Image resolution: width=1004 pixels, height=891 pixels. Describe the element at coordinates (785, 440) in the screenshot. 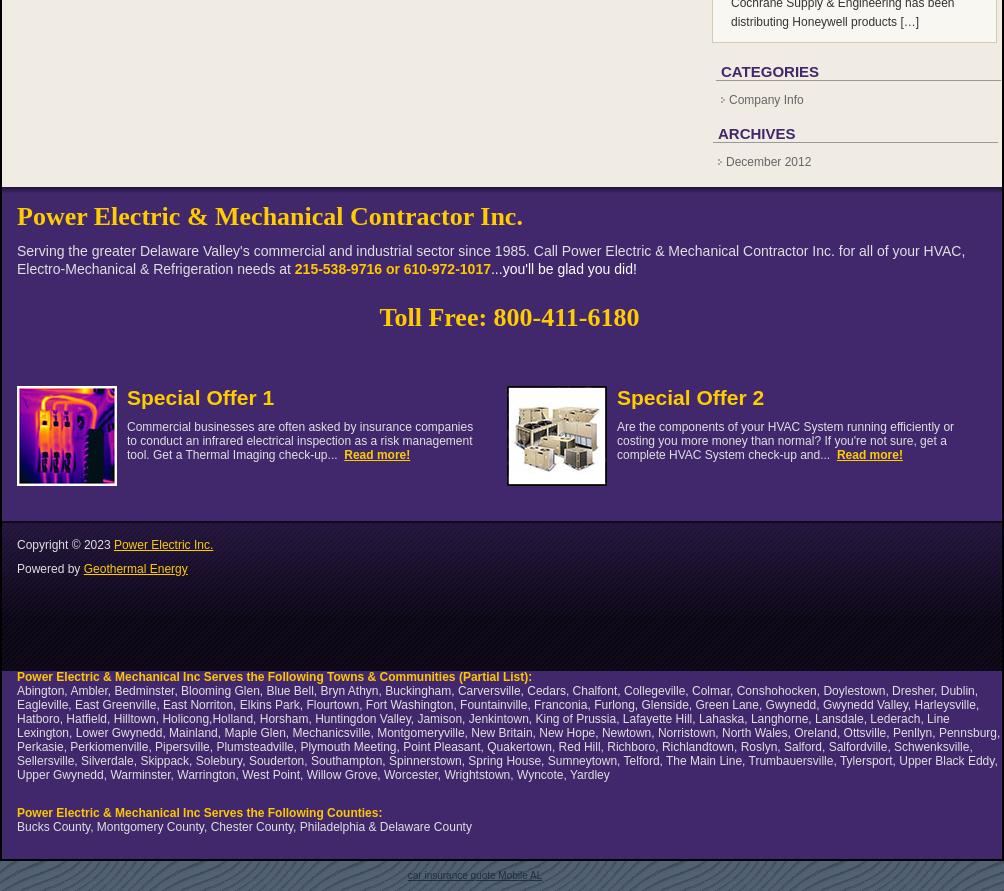

I see `'Are the components of your HVAC System running efficiently or costing you more money than normal? If you're not sure, get a complete HVAC System check-up and...'` at that location.